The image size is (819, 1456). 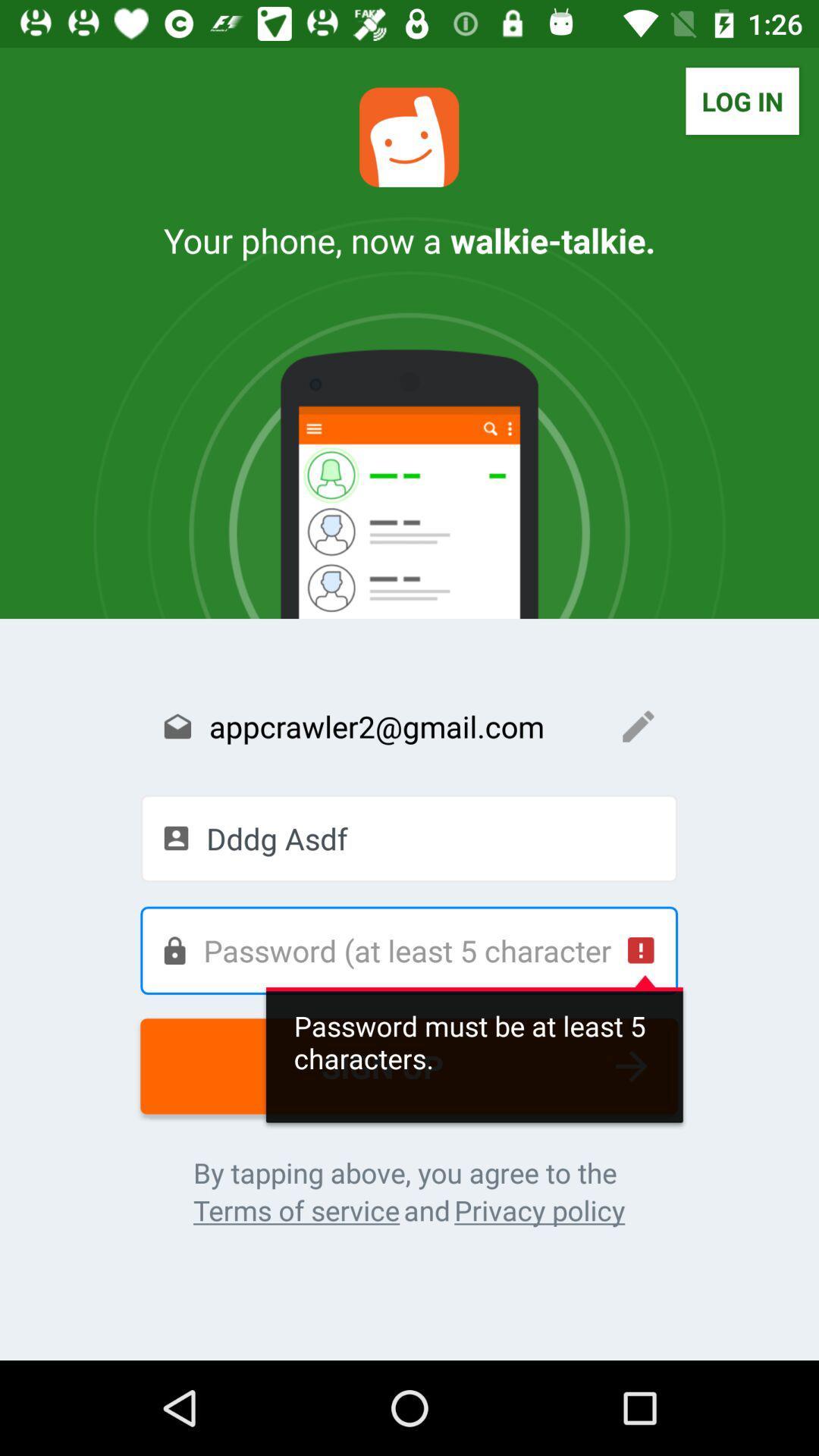 I want to click on the item at the top right corner, so click(x=742, y=100).